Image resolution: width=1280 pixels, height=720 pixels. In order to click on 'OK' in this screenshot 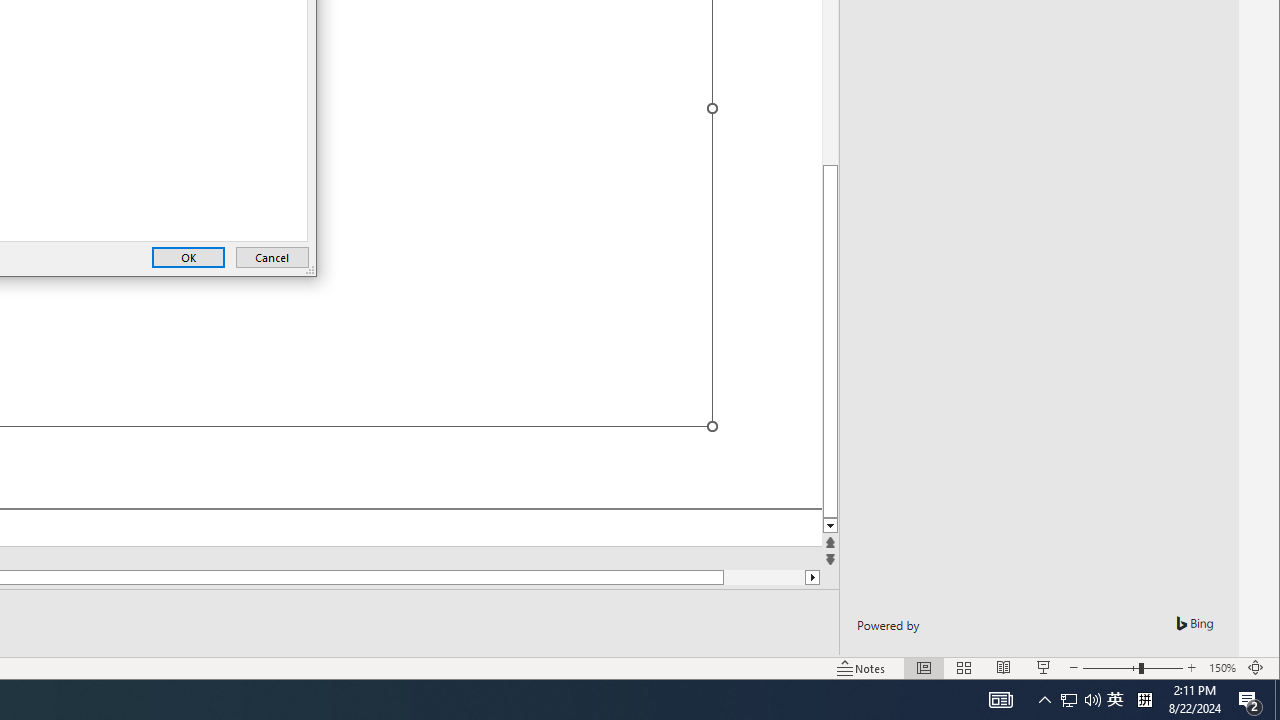, I will do `click(188, 256)`.